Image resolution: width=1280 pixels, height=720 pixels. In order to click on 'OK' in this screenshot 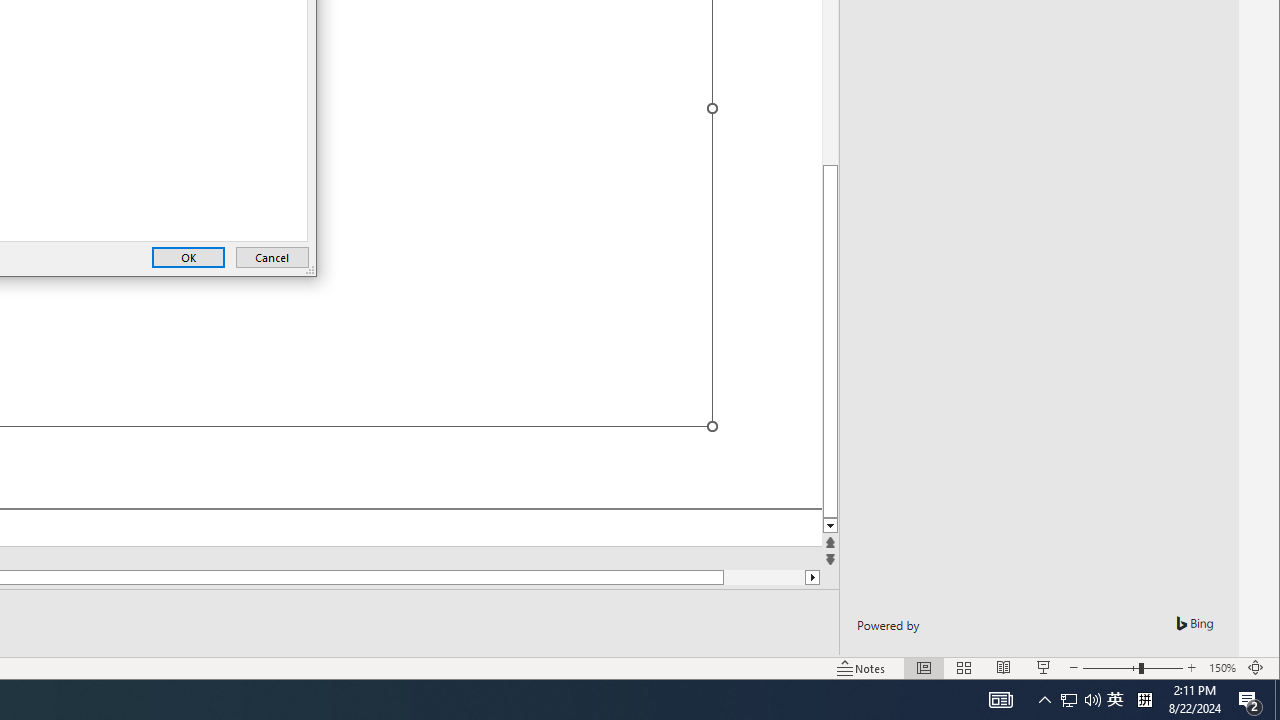, I will do `click(188, 256)`.